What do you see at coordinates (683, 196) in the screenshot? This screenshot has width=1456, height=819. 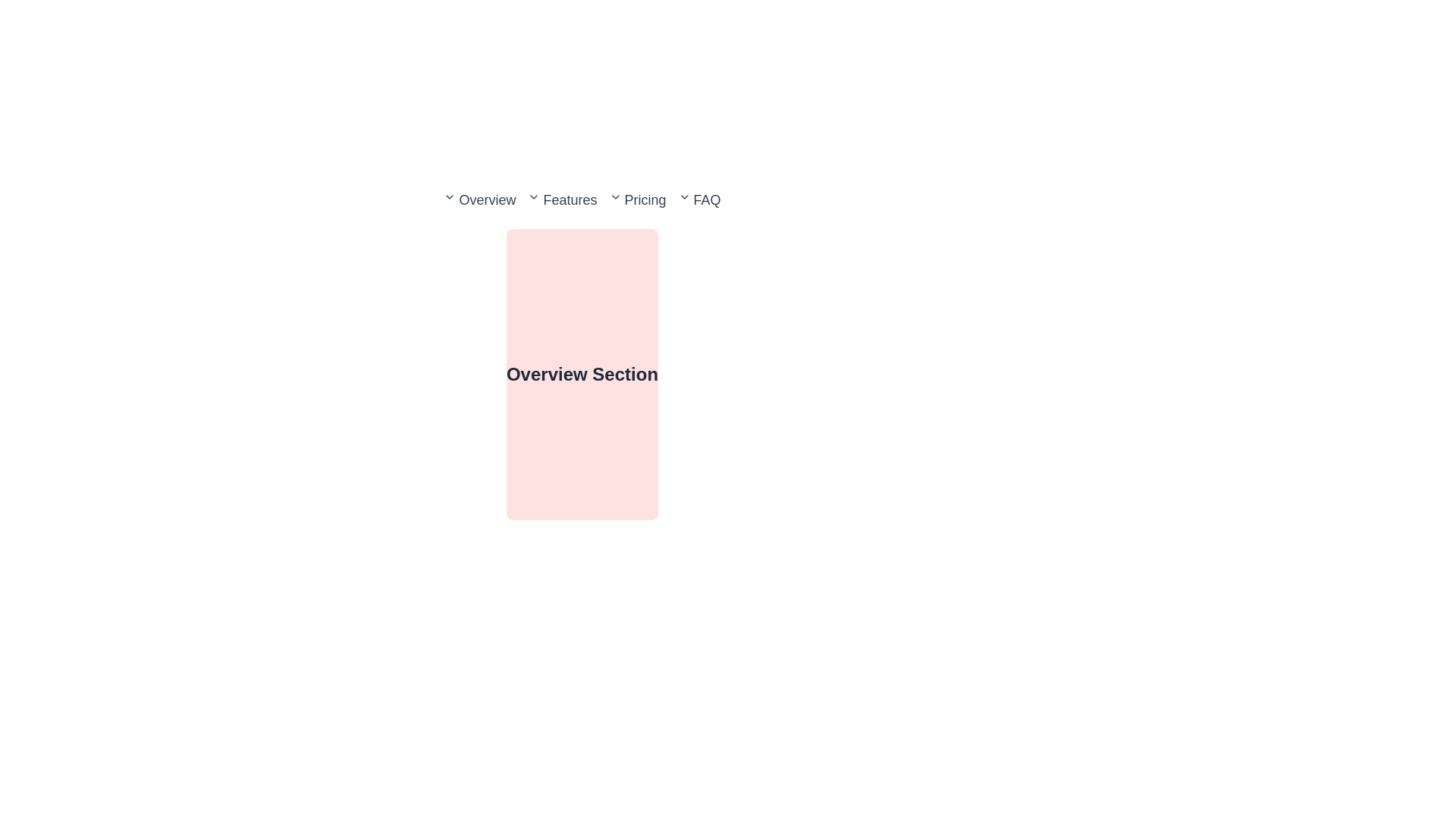 I see `keyboard navigation` at bounding box center [683, 196].